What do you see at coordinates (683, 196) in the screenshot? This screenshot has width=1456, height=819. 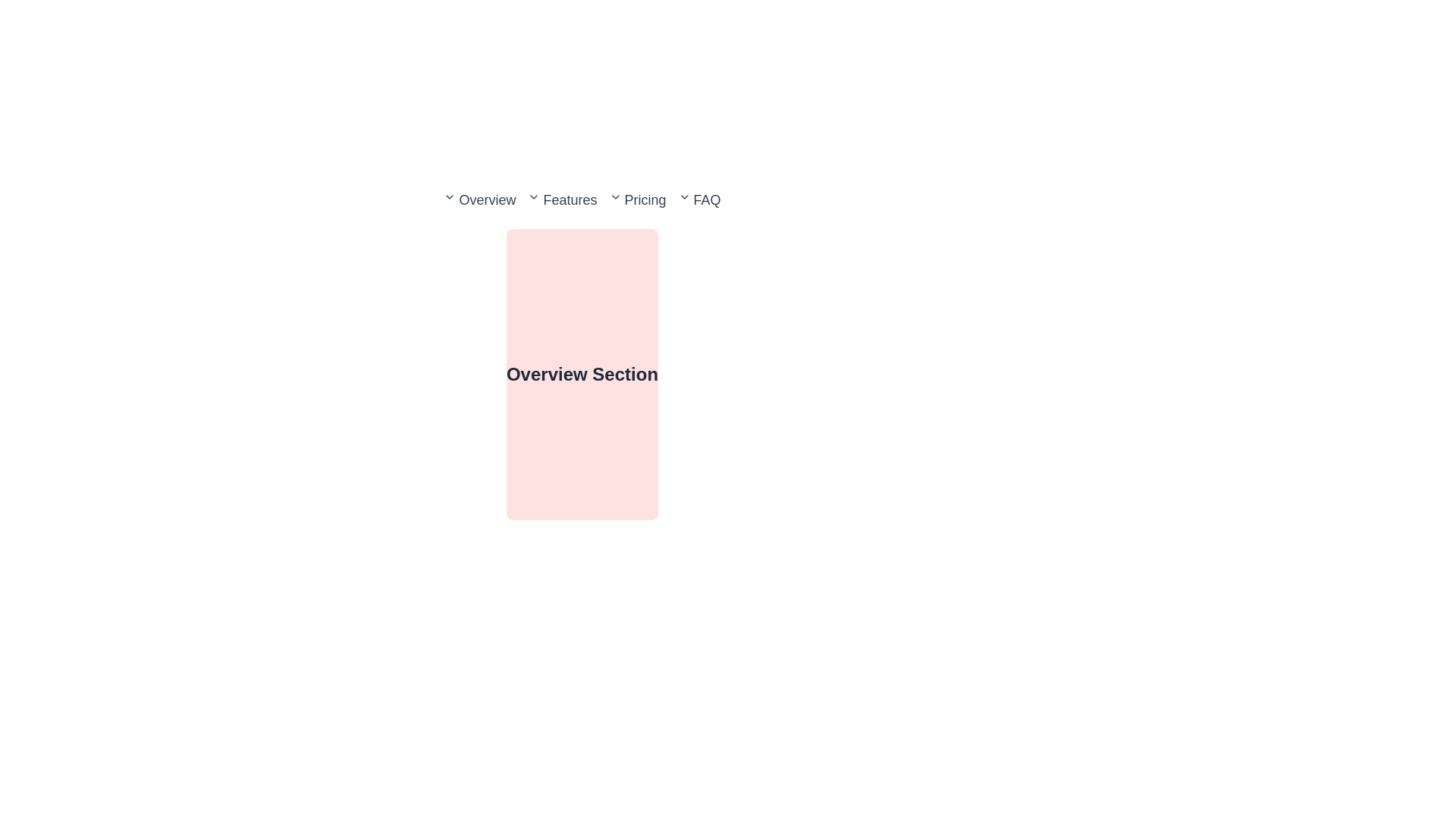 I see `keyboard navigation` at bounding box center [683, 196].